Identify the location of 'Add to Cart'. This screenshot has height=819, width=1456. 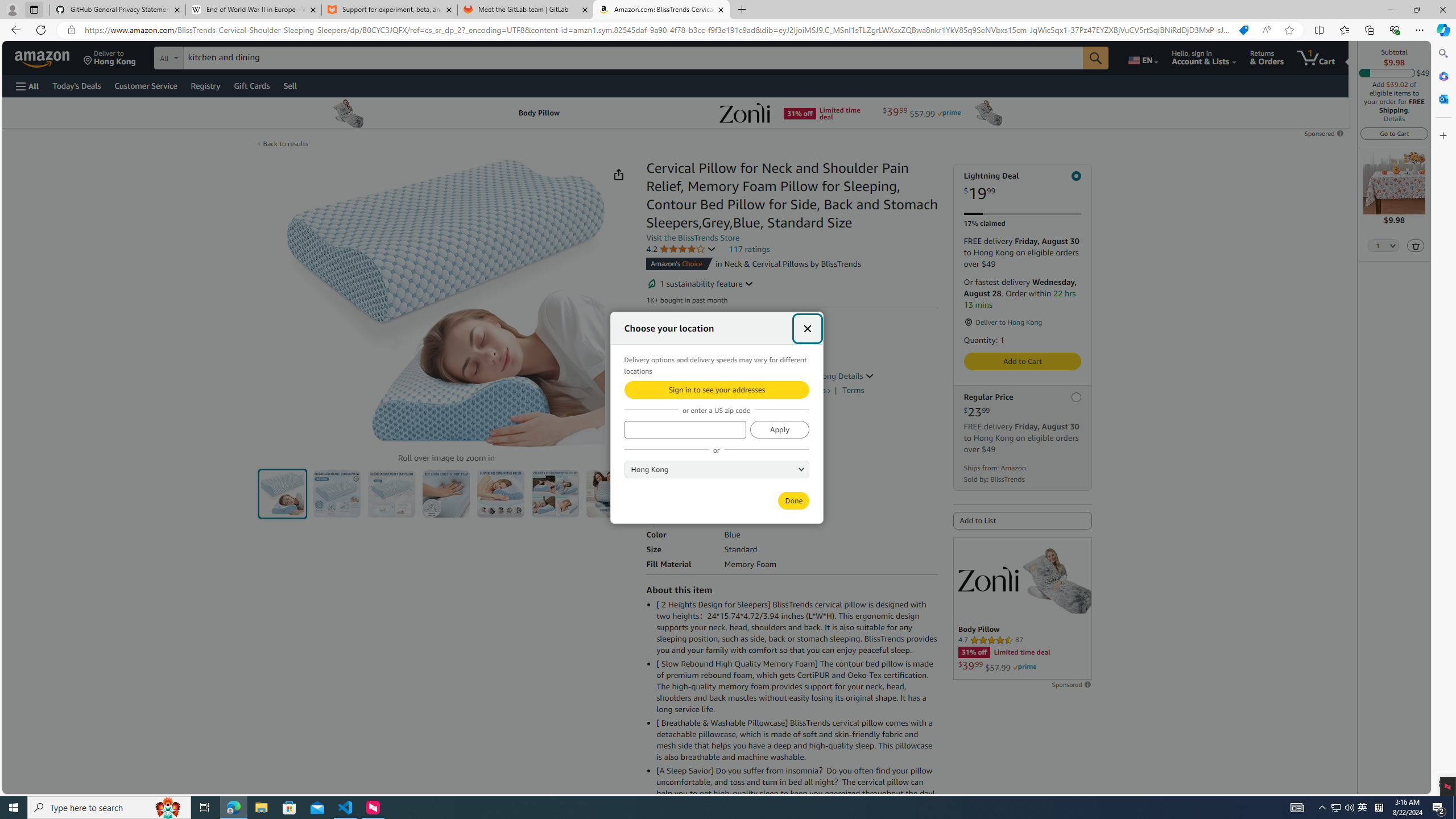
(1022, 361).